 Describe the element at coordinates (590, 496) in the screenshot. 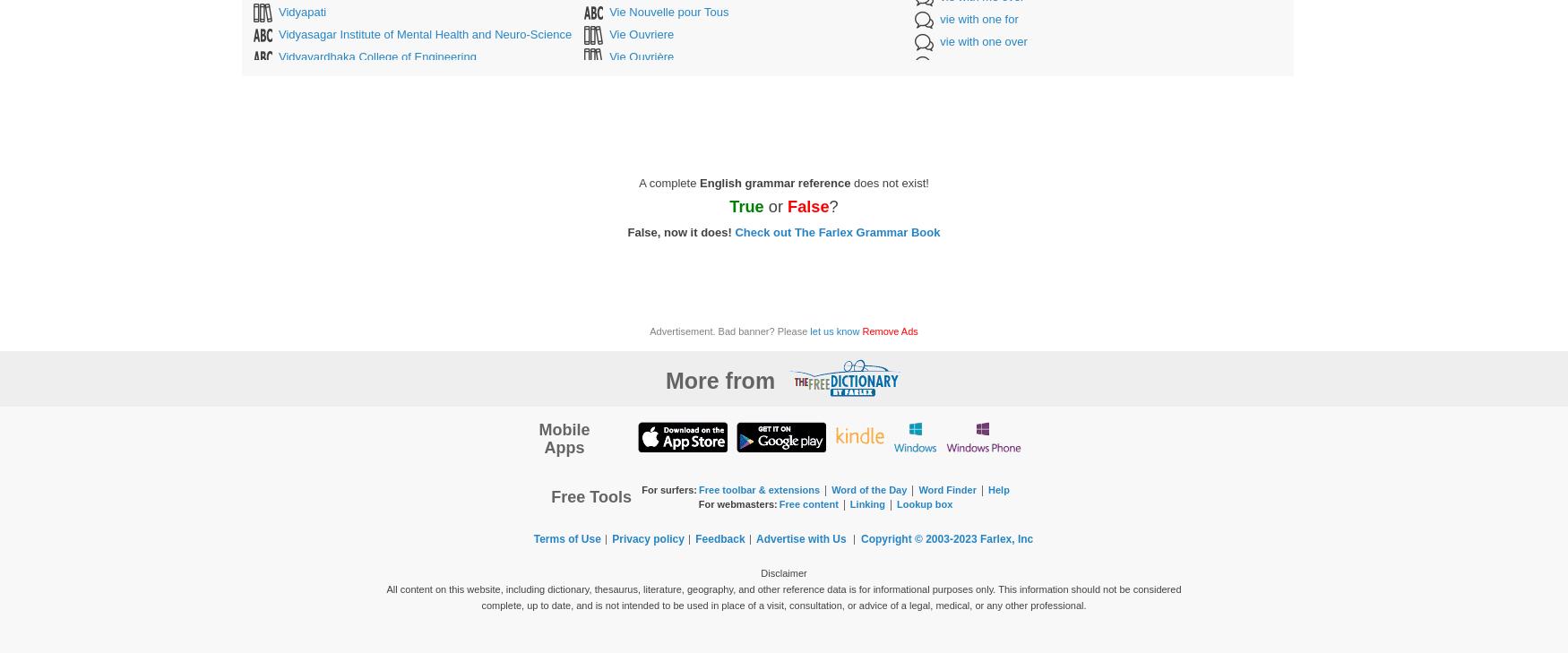

I see `'Free Tools'` at that location.